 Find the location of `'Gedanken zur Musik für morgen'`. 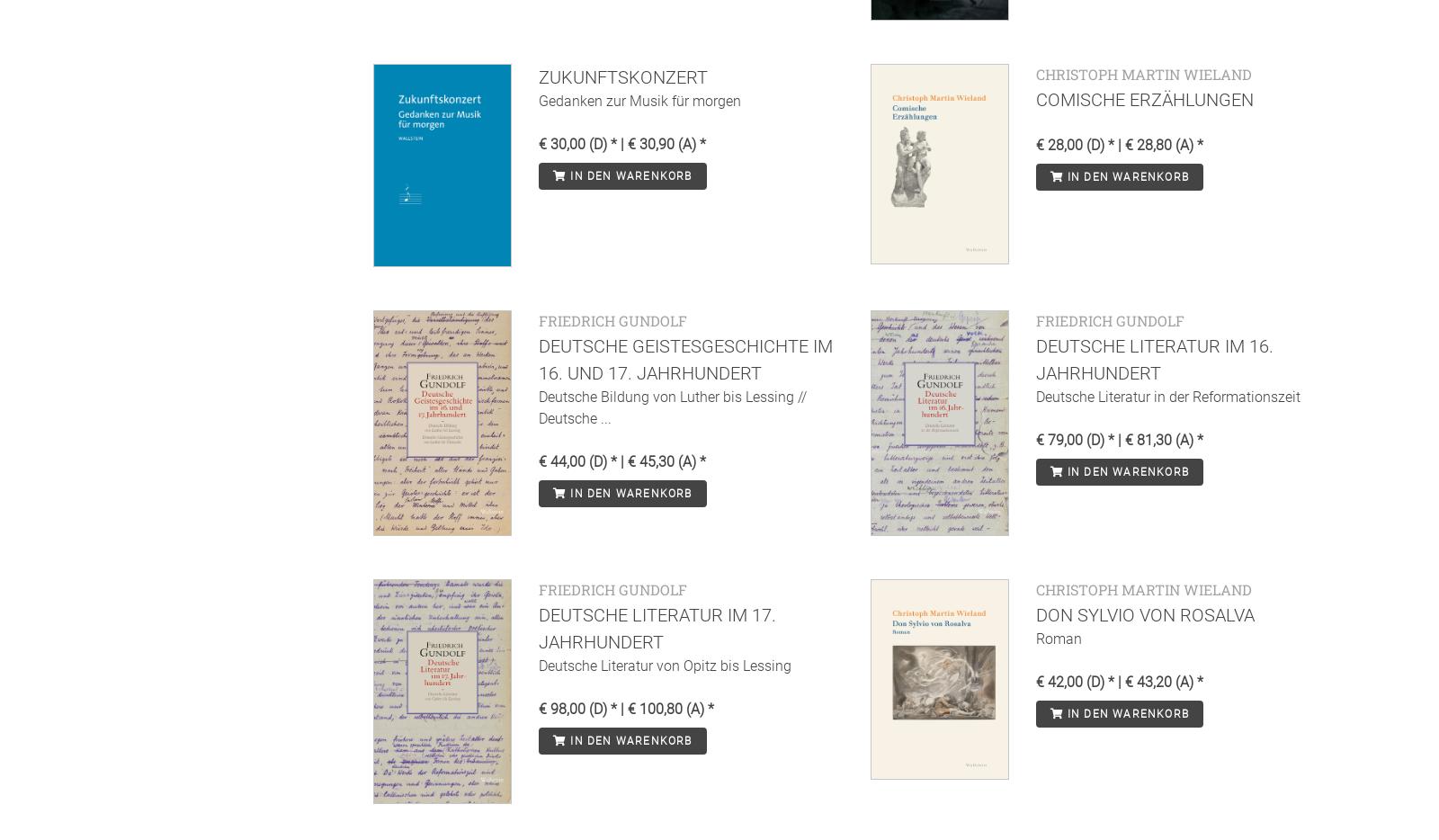

'Gedanken zur Musik für morgen' is located at coordinates (639, 99).